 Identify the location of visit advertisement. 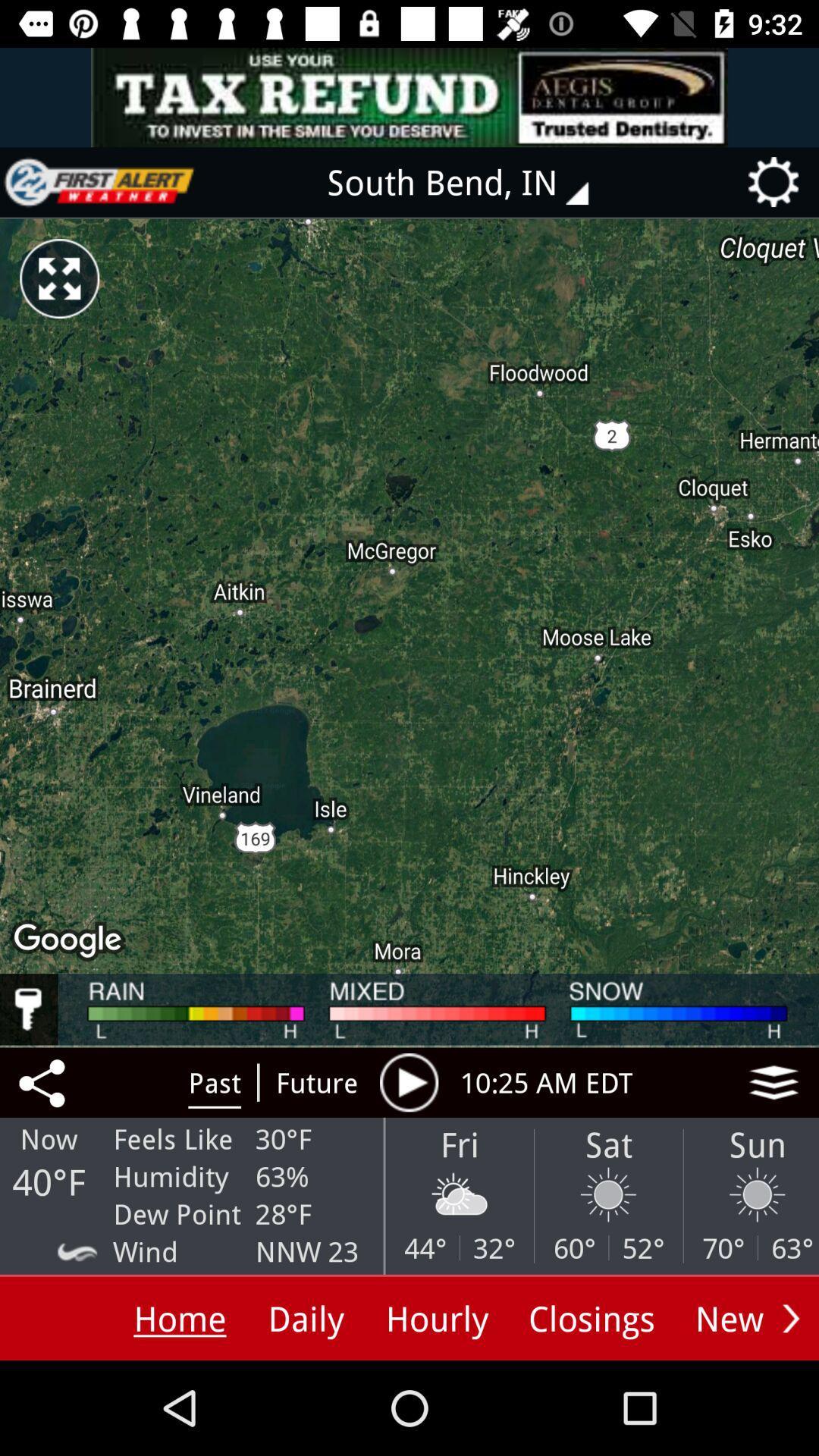
(409, 96).